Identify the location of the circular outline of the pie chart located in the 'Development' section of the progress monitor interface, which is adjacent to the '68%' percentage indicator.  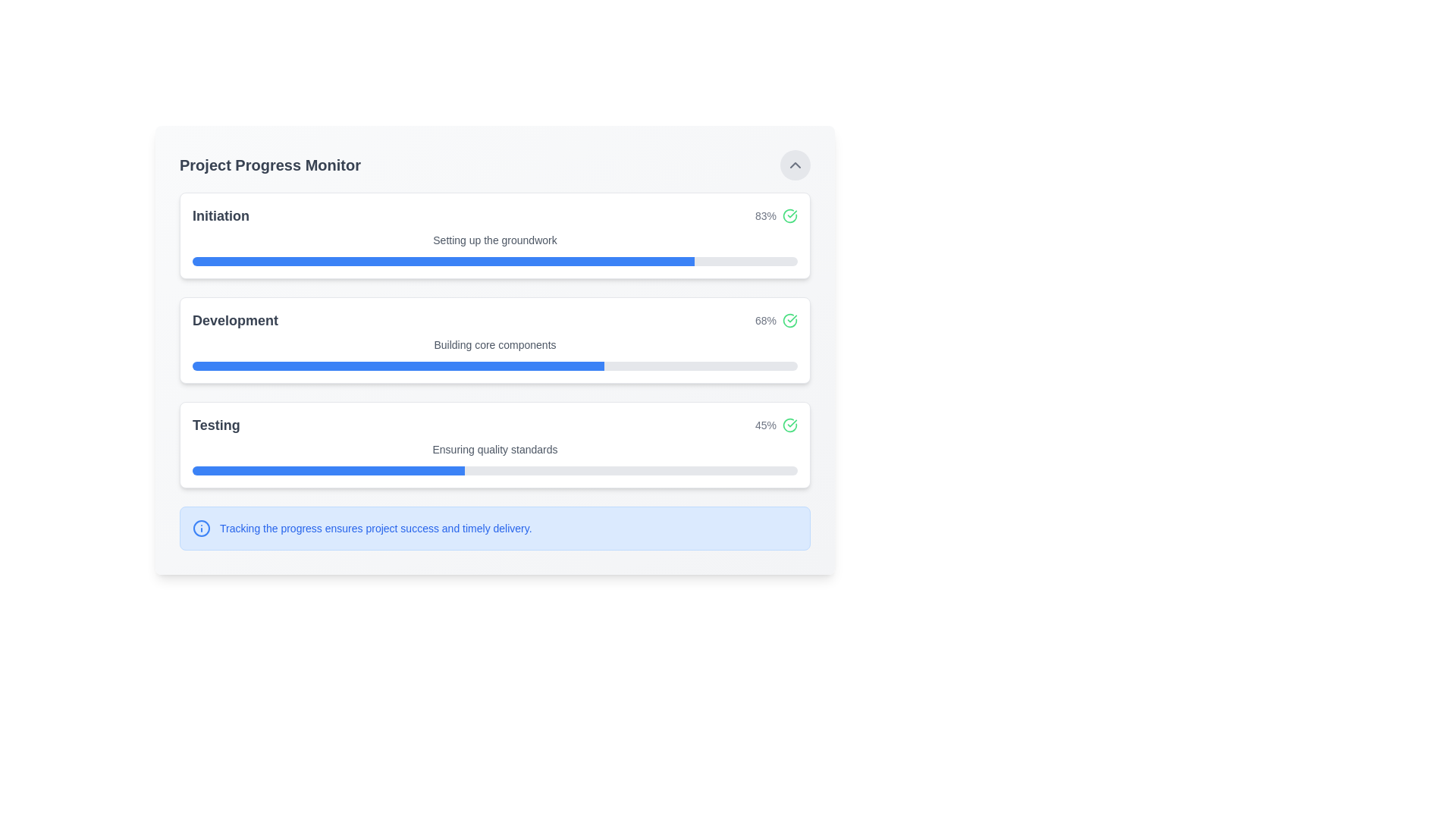
(789, 320).